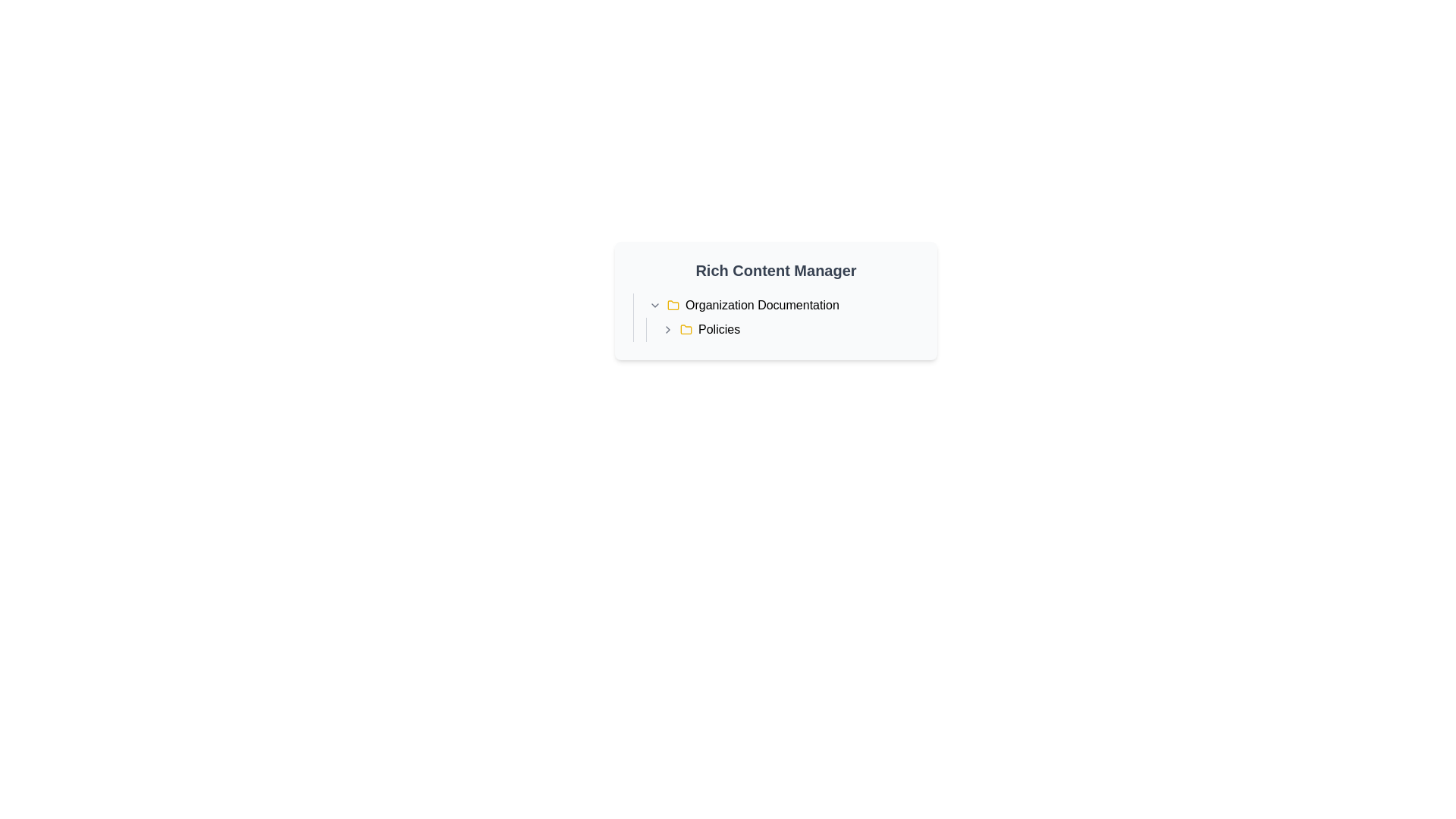  Describe the element at coordinates (673, 304) in the screenshot. I see `the first folder icon with a yellow outline located in the left part of the list item labeled 'Organization Documentation'` at that location.